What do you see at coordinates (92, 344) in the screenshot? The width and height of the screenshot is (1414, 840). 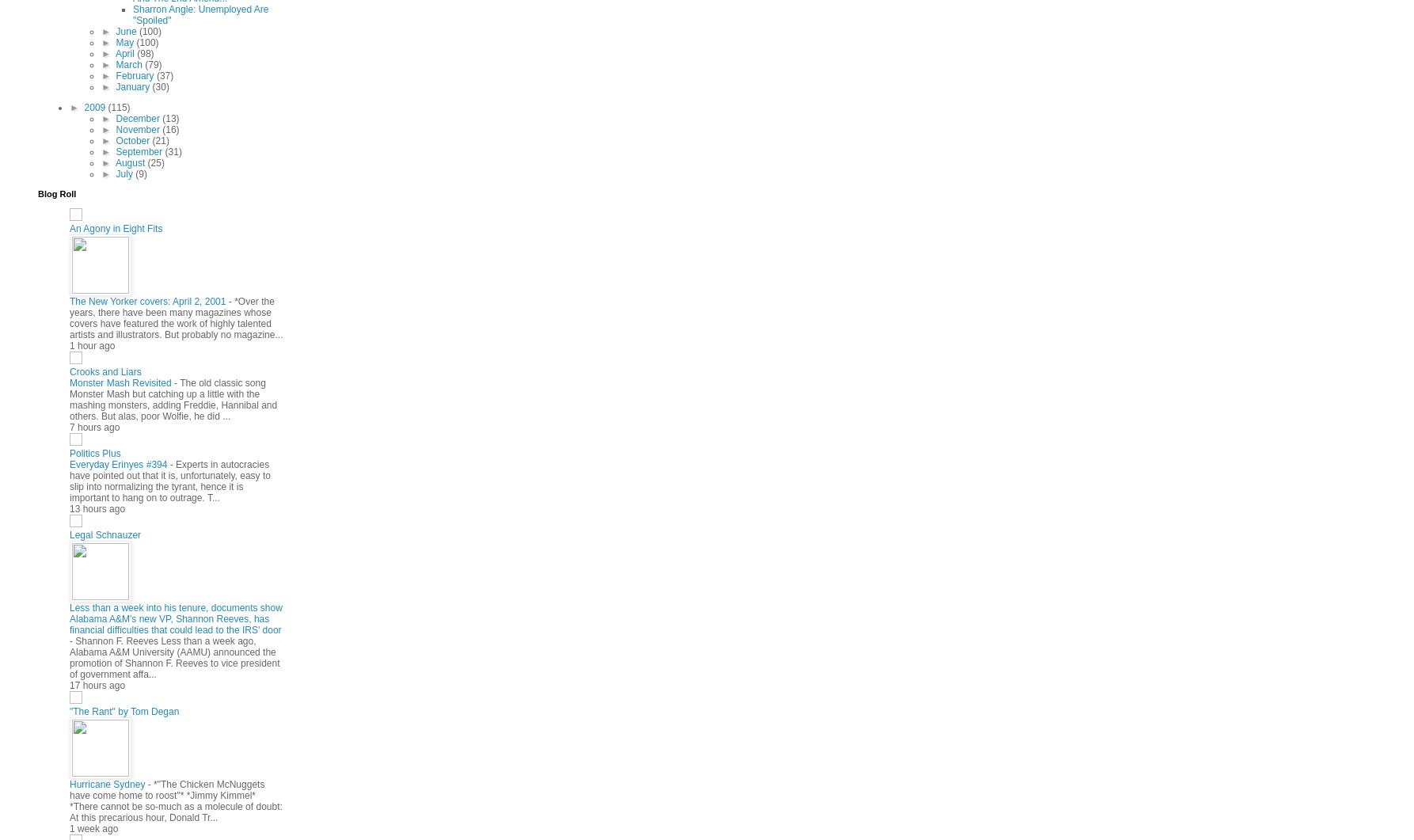 I see `'1 hour ago'` at bounding box center [92, 344].